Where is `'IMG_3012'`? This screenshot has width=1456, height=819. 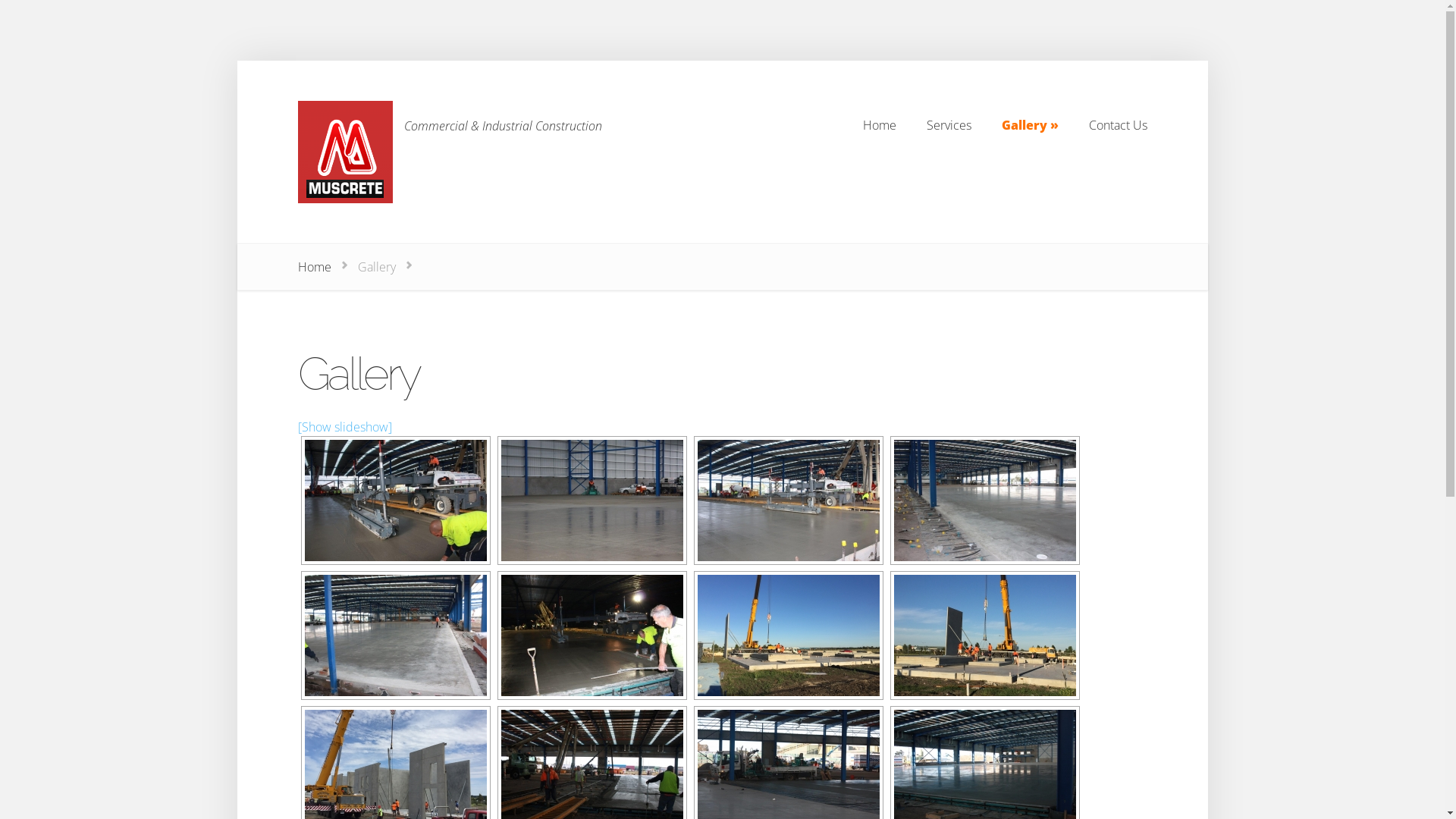 'IMG_3012' is located at coordinates (985, 635).